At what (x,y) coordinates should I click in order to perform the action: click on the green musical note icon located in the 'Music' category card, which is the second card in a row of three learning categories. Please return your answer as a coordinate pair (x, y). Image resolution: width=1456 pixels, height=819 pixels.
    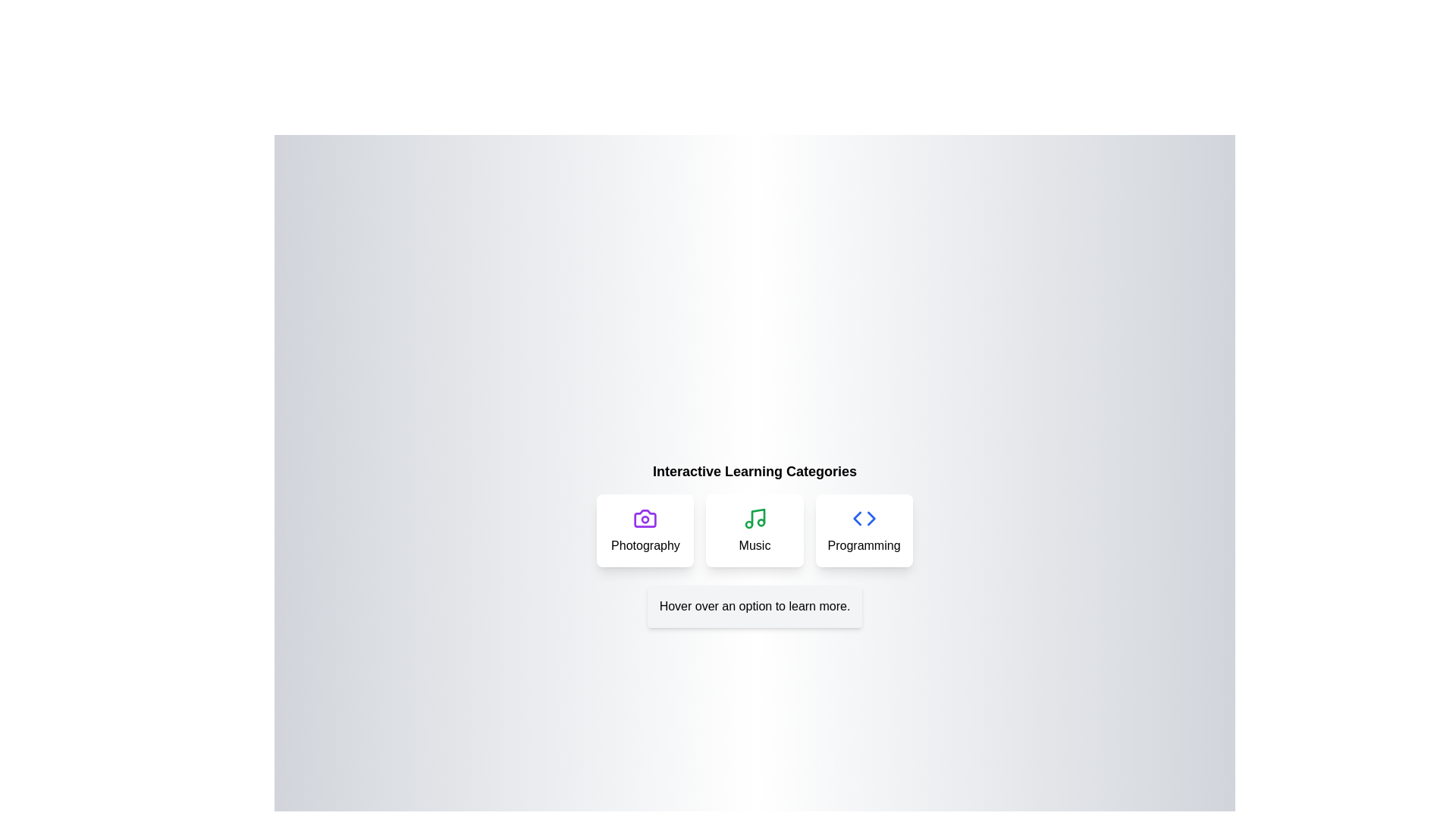
    Looking at the image, I should click on (755, 517).